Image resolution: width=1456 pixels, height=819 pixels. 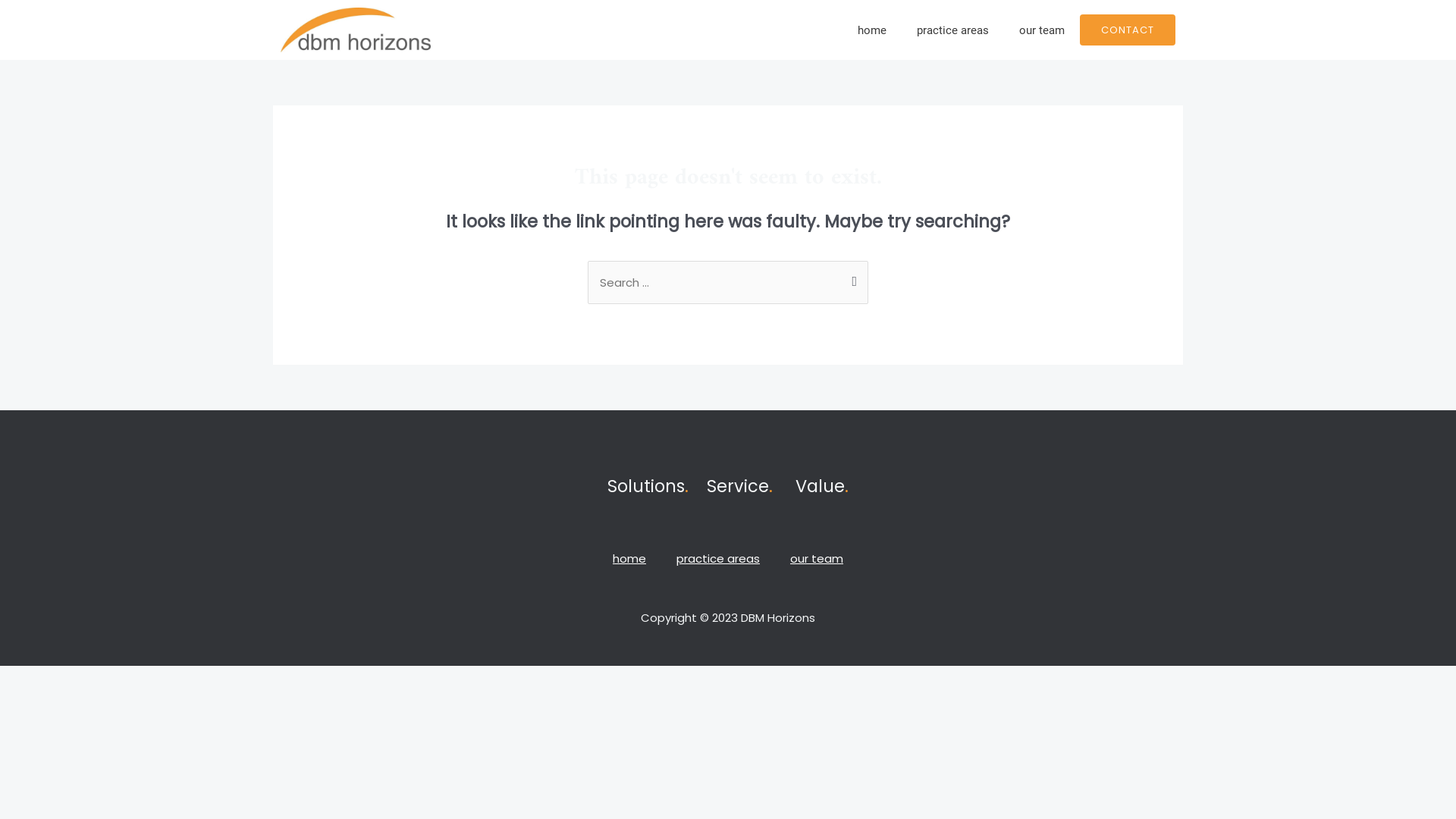 I want to click on 'Search', so click(x=851, y=275).